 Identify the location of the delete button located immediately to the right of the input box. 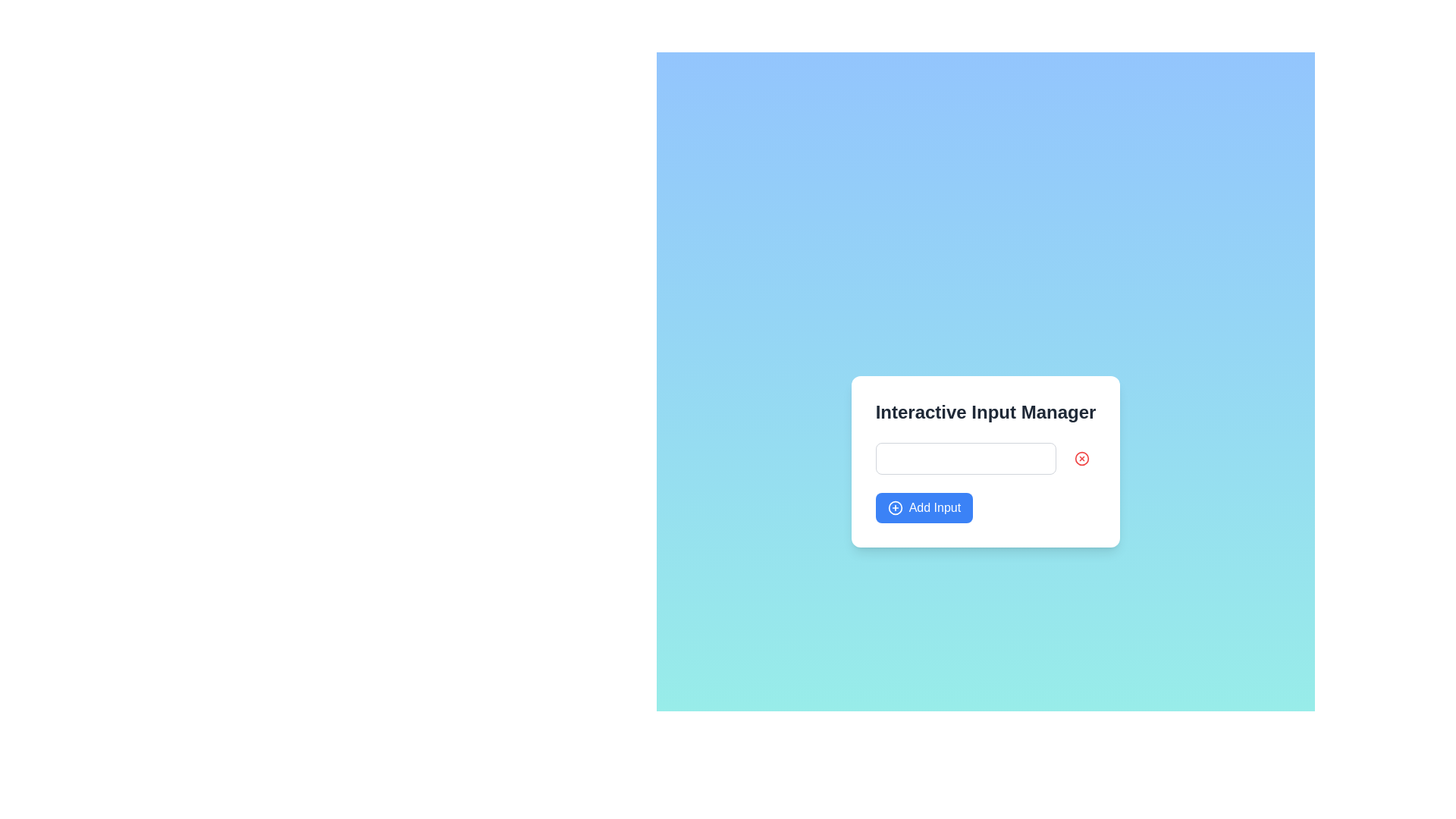
(1081, 458).